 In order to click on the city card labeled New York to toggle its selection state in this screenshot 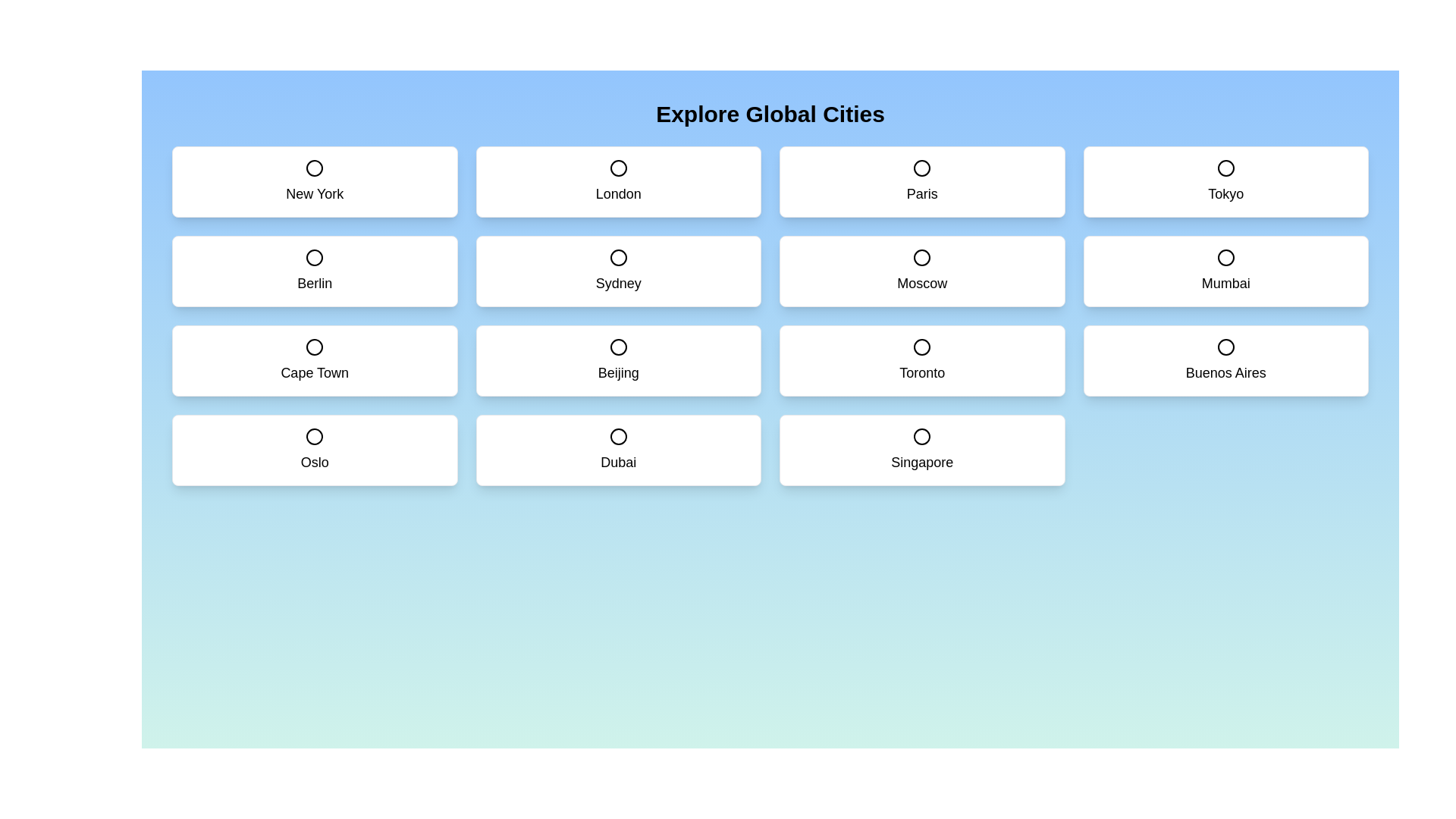, I will do `click(314, 180)`.